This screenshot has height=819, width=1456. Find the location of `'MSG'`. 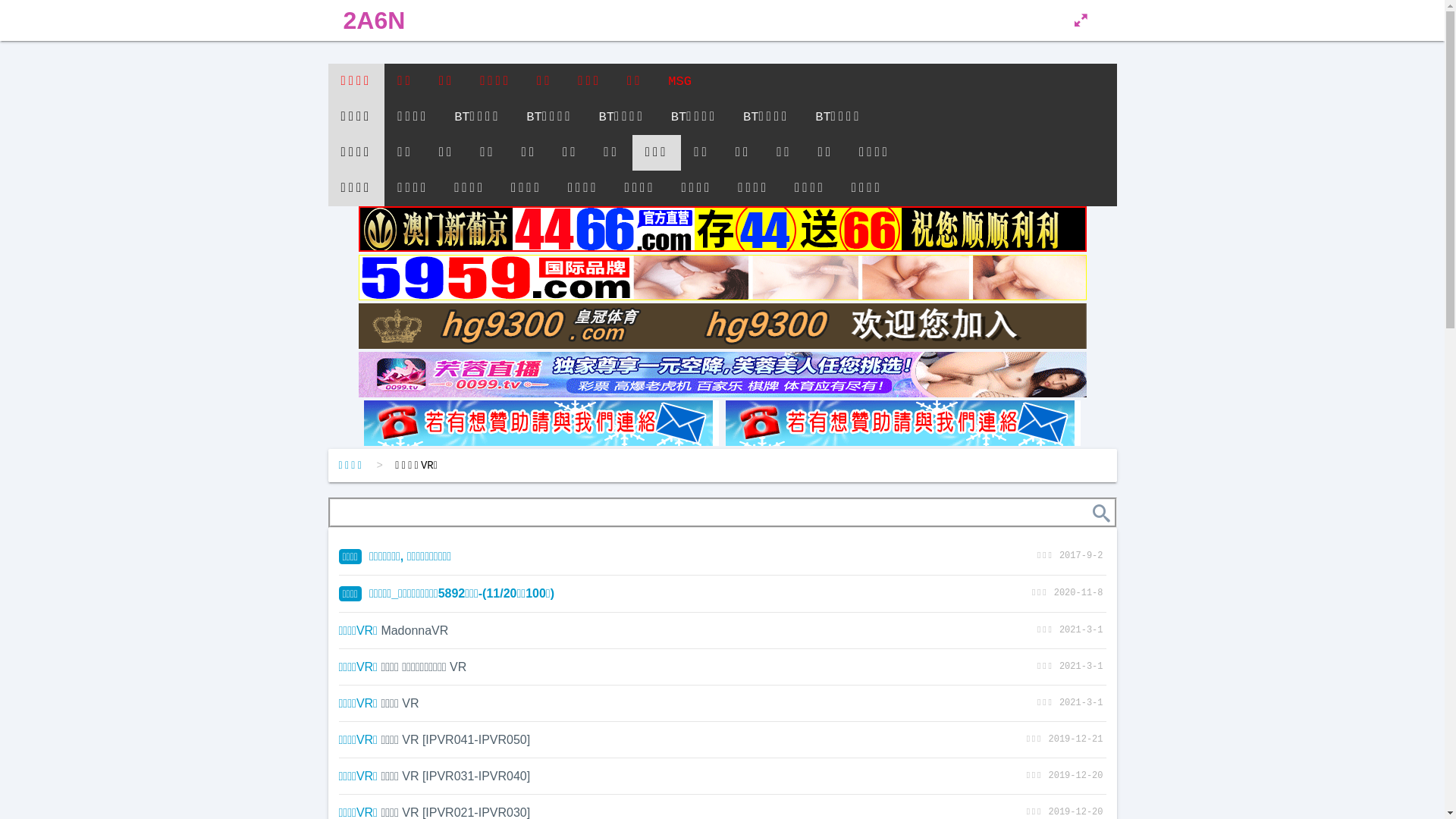

'MSG' is located at coordinates (679, 81).